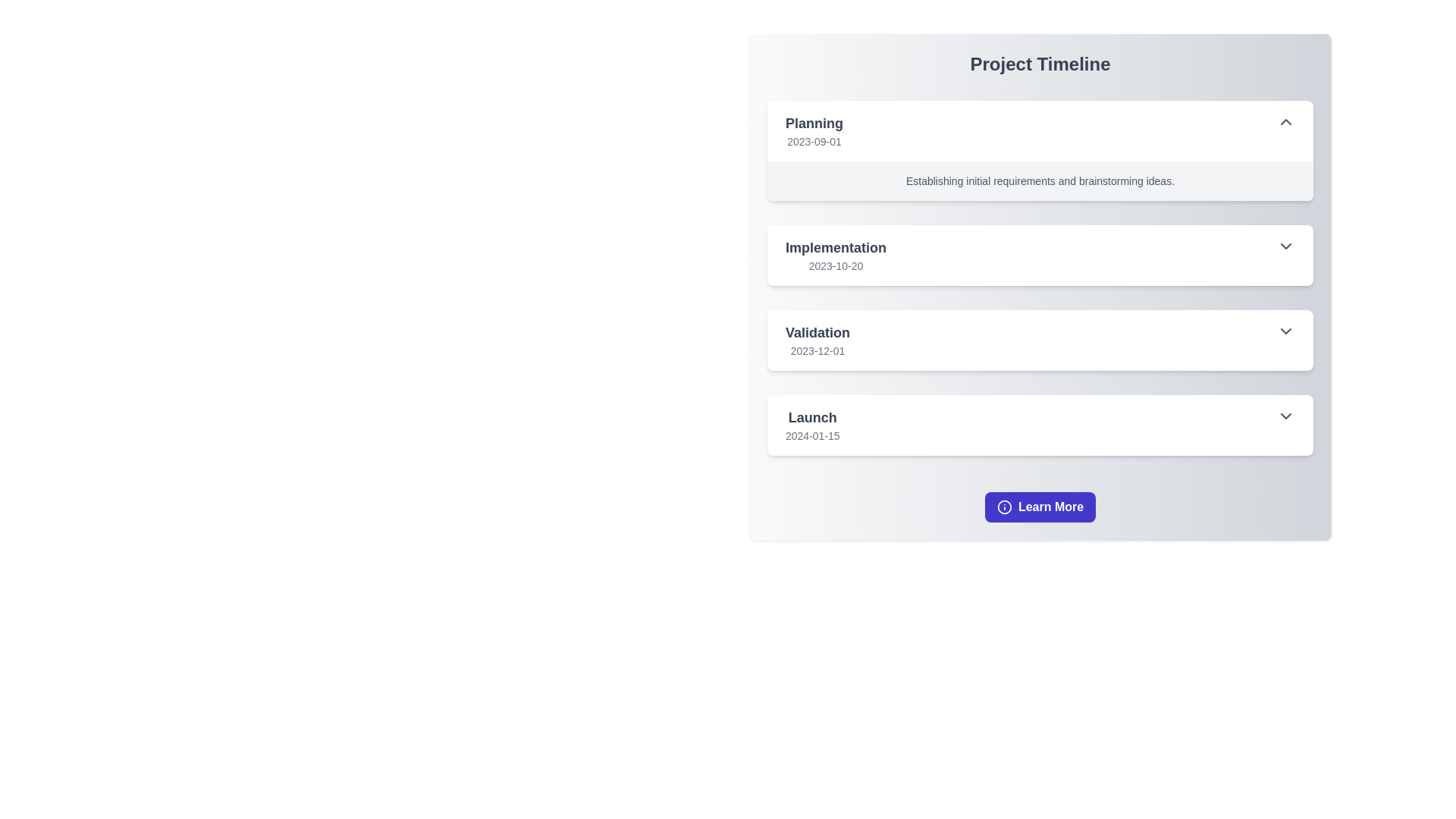  Describe the element at coordinates (1040, 254) in the screenshot. I see `the 'Implementation' phase card in the project timeline` at that location.